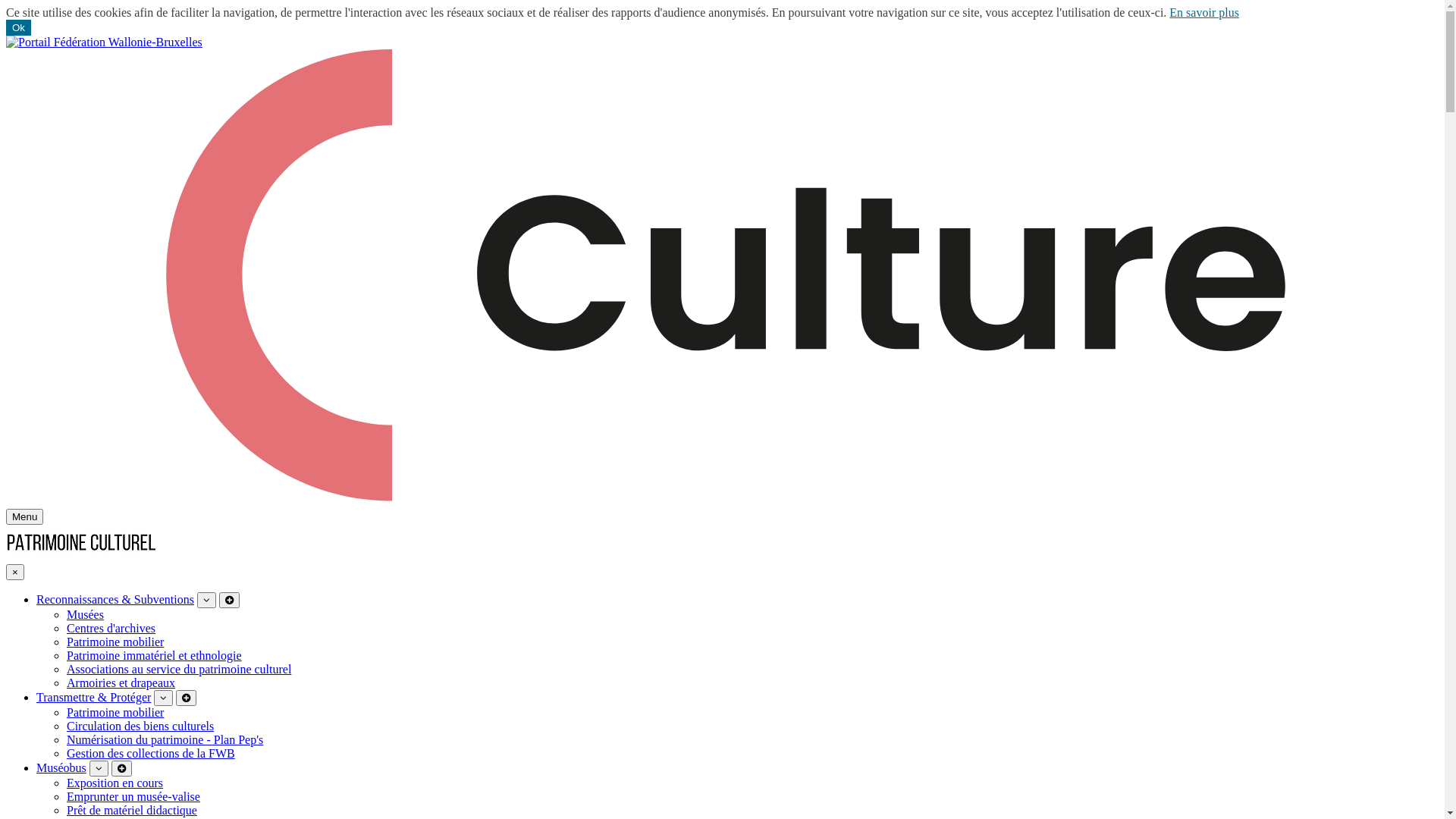 Image resolution: width=1456 pixels, height=819 pixels. What do you see at coordinates (150, 753) in the screenshot?
I see `'Gestion des collections de la FWB'` at bounding box center [150, 753].